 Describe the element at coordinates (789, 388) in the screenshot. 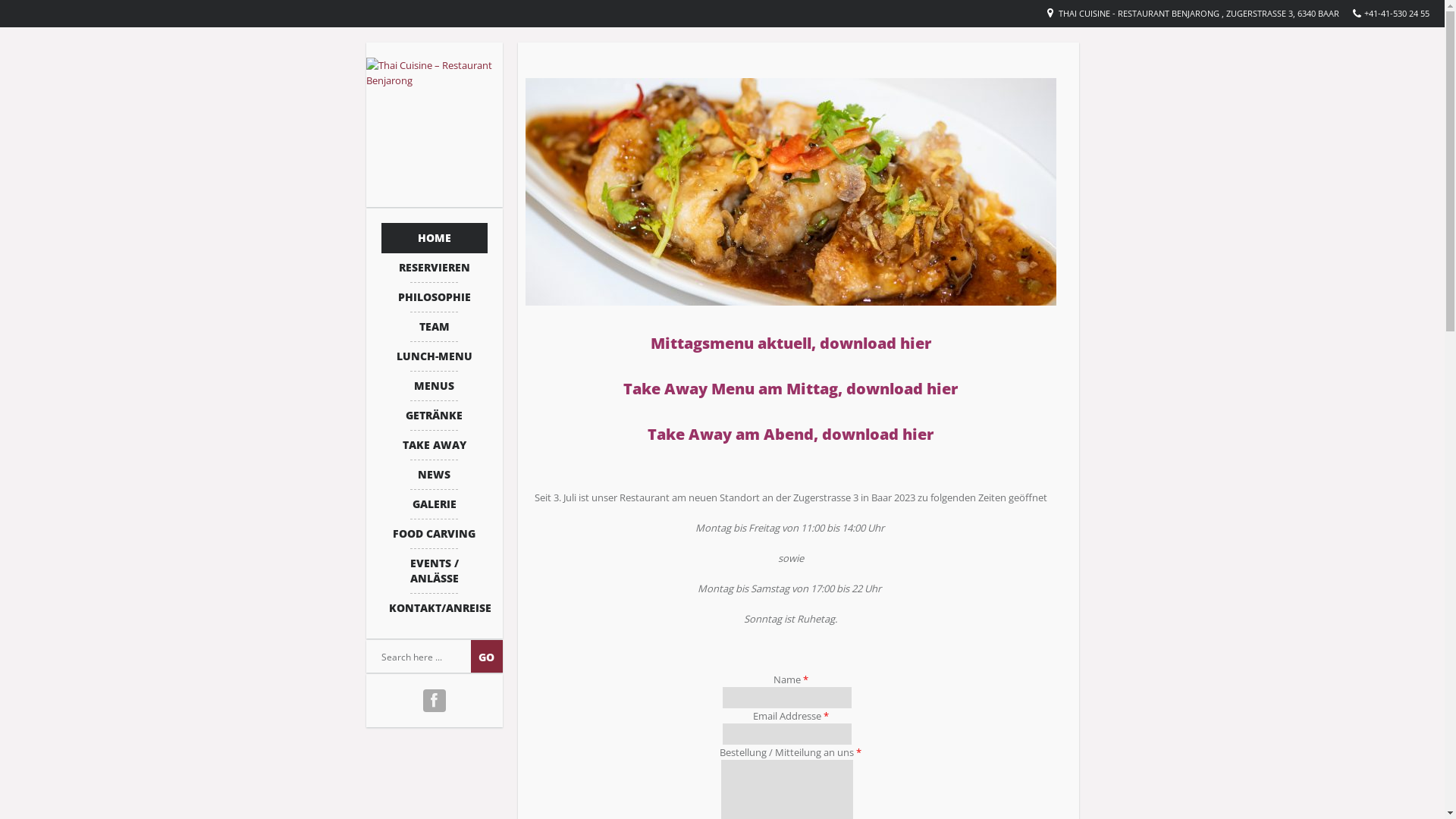

I see `'Take Away Menu am Mittag, download hier'` at that location.